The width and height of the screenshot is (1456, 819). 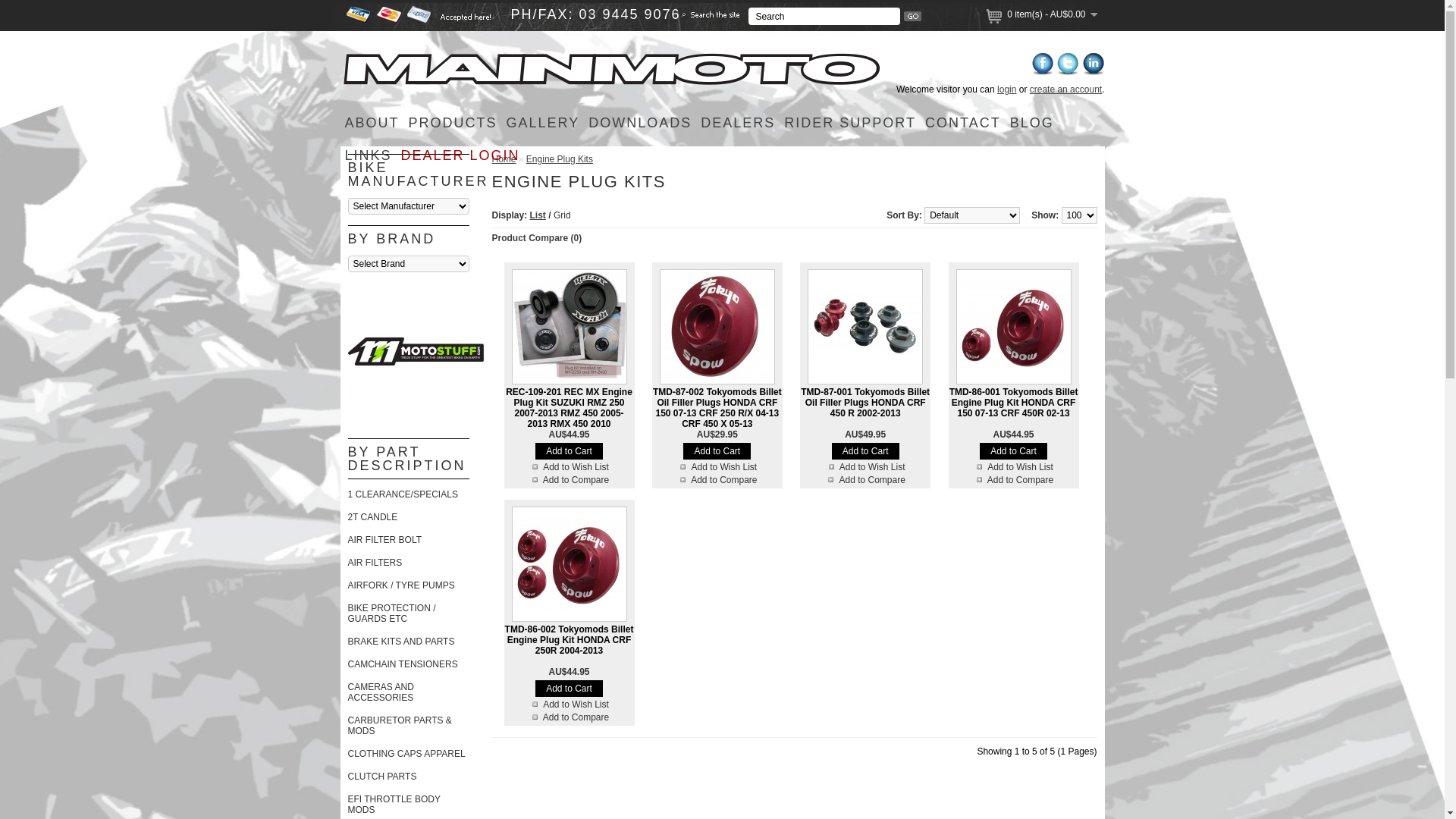 What do you see at coordinates (402, 494) in the screenshot?
I see `'1 CLEARANCE/SPECIALS'` at bounding box center [402, 494].